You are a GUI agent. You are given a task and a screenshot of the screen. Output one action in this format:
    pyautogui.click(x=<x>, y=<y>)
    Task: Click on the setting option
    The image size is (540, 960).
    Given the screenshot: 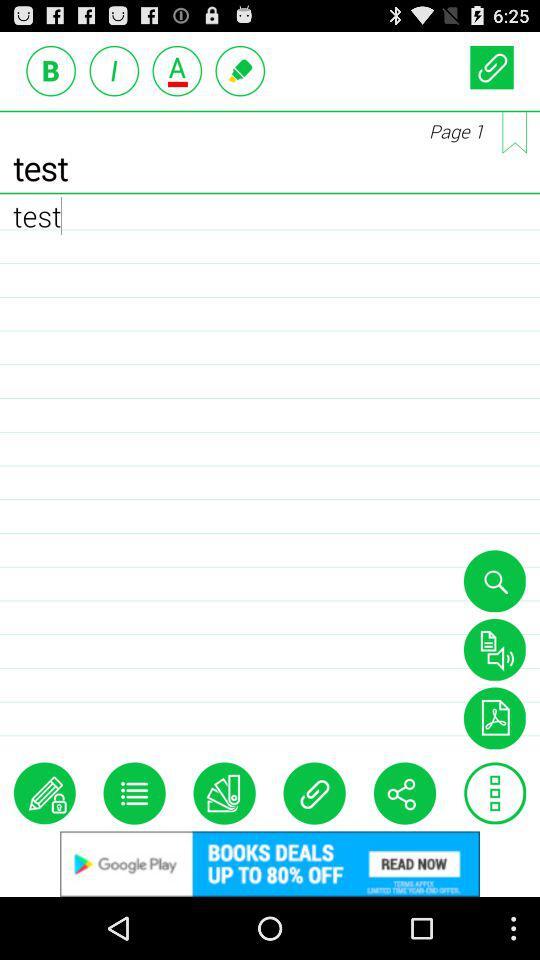 What is the action you would take?
    pyautogui.click(x=494, y=793)
    